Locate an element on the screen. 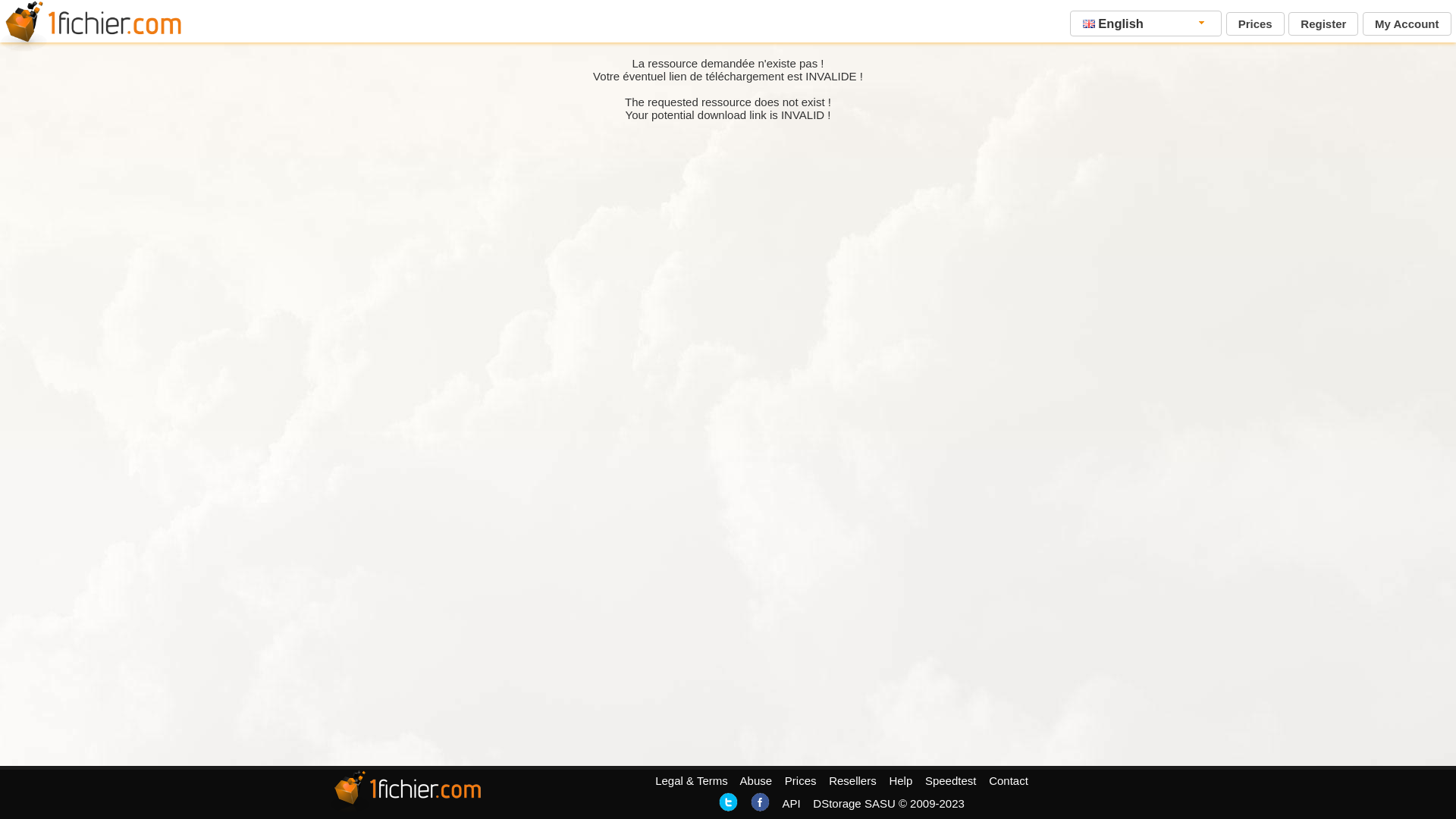 This screenshot has height=819, width=1456. 'Abuse' is located at coordinates (756, 780).